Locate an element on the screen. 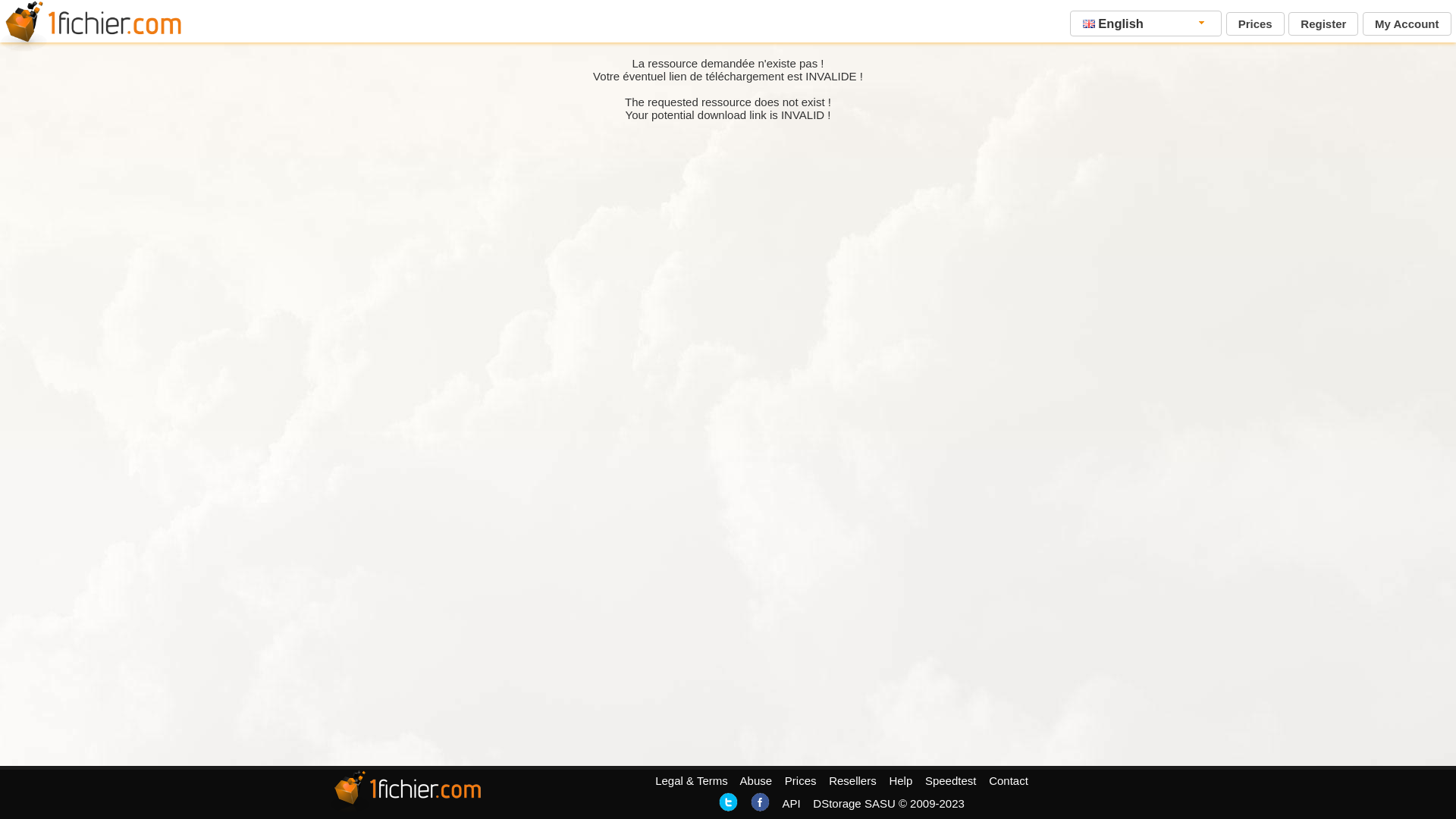 This screenshot has height=819, width=1456. 'Abuse' is located at coordinates (756, 780).